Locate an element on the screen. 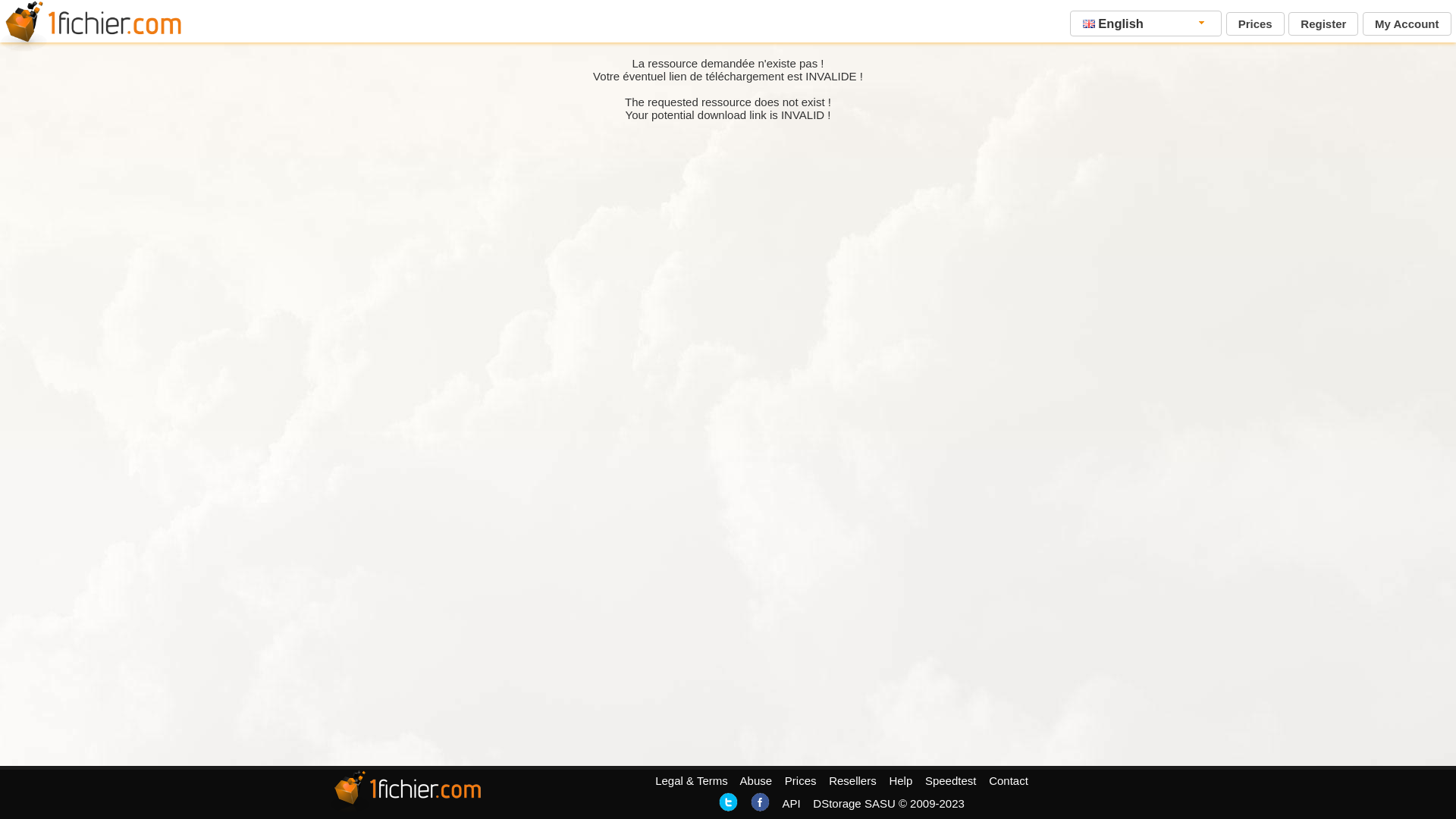 This screenshot has height=819, width=1456. 'Abuse' is located at coordinates (756, 780).